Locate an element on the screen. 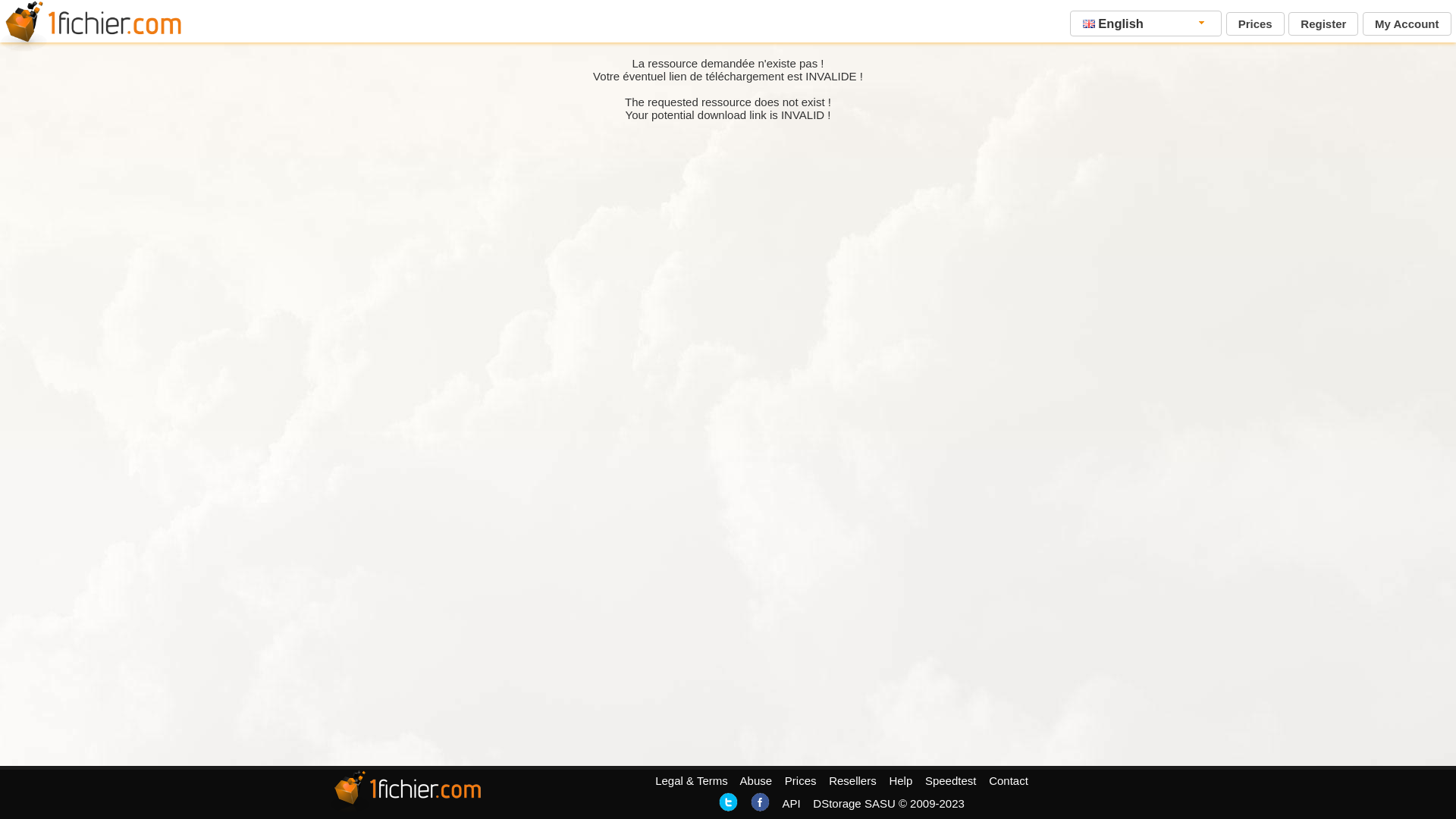 This screenshot has height=819, width=1456. 'Abuse' is located at coordinates (756, 780).